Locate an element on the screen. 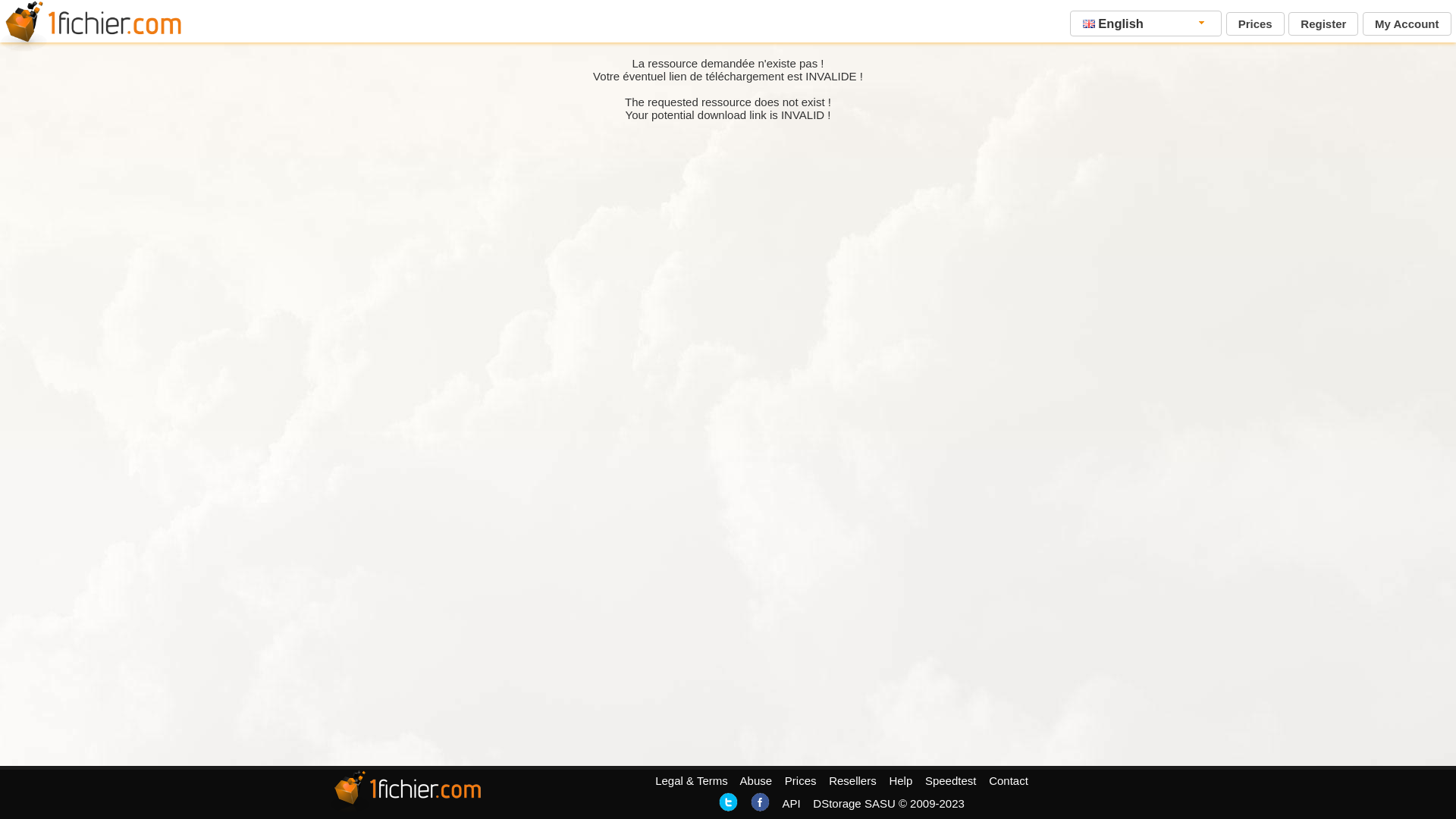 This screenshot has height=819, width=1456. 'Abuse' is located at coordinates (756, 780).